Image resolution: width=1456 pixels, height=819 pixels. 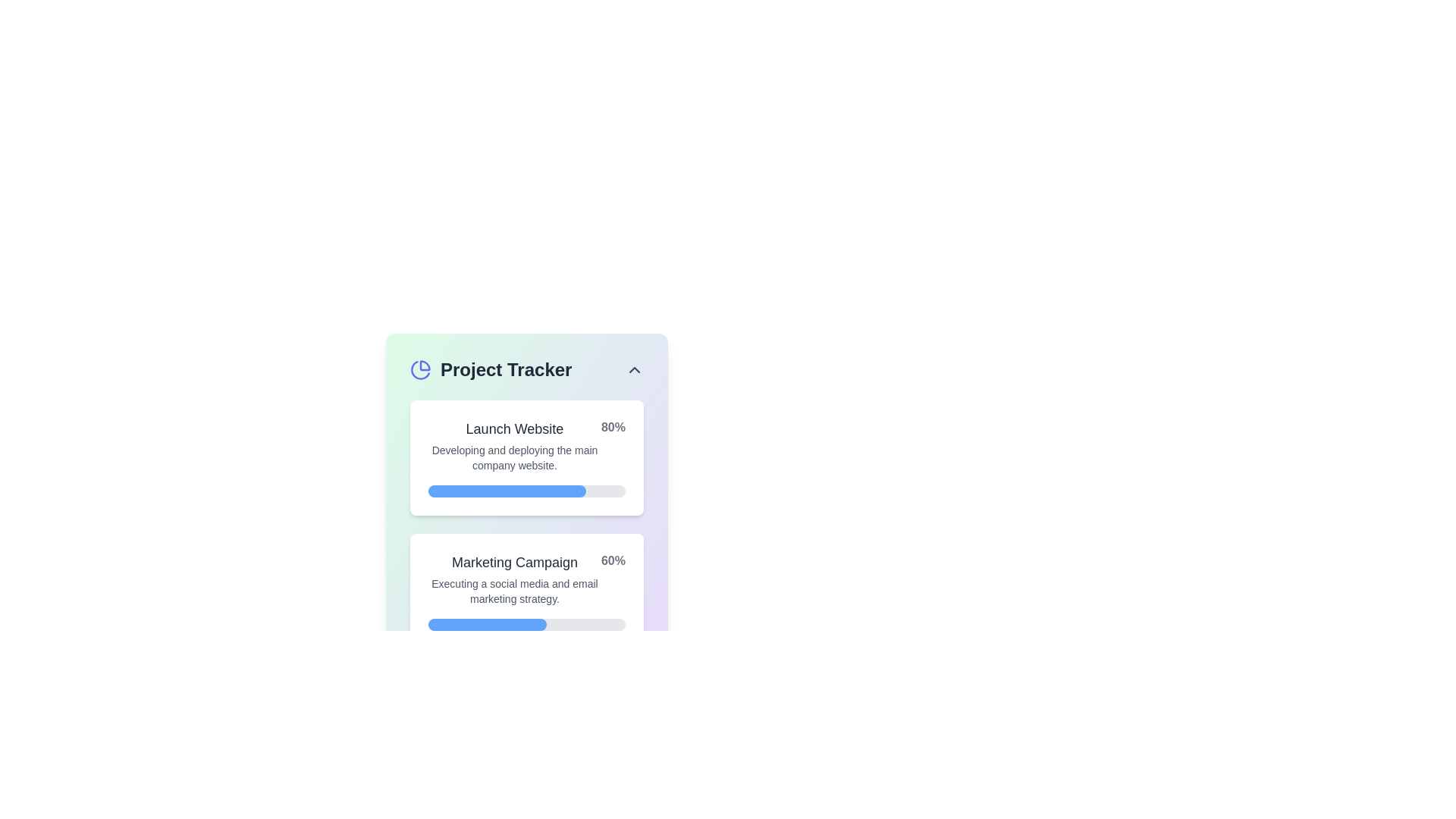 I want to click on the title 'Marketing Campaign' or the progress percentage '60%' in the Informational Card, which is styled as a card and located below the 'Launch Website' card, so click(x=527, y=579).